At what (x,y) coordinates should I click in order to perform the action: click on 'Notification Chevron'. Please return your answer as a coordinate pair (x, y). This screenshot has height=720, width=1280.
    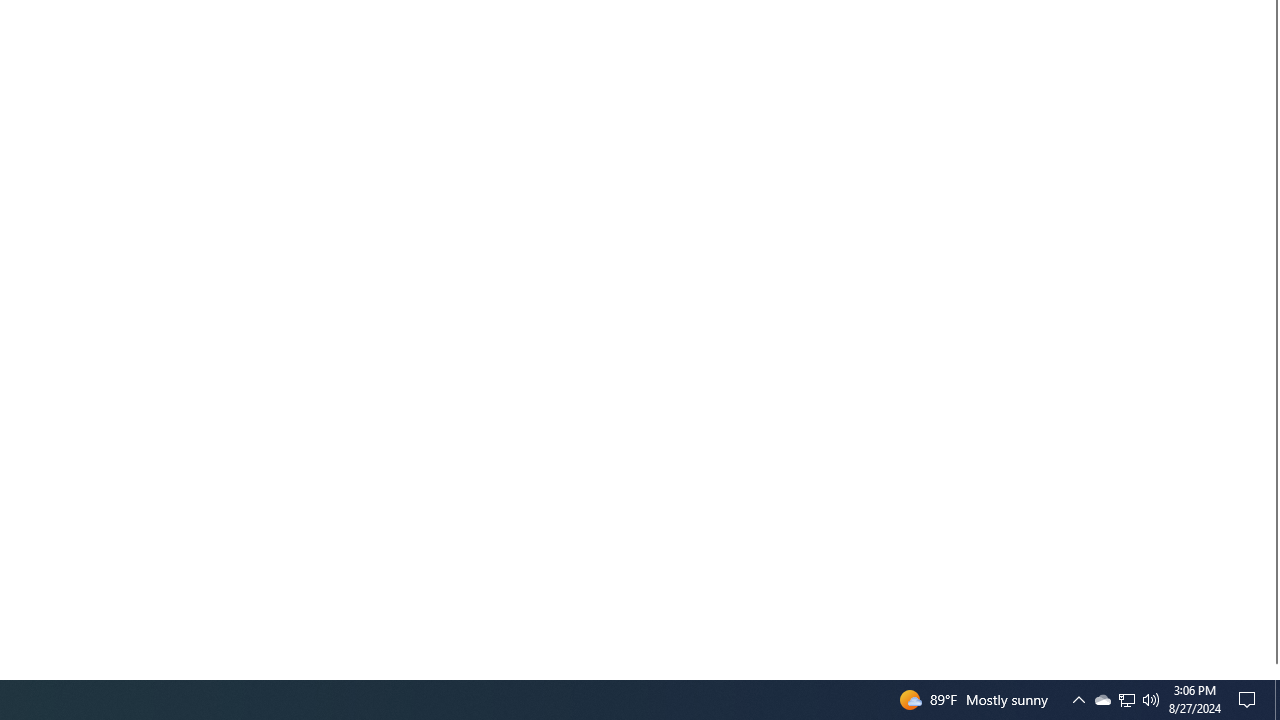
    Looking at the image, I should click on (1078, 698).